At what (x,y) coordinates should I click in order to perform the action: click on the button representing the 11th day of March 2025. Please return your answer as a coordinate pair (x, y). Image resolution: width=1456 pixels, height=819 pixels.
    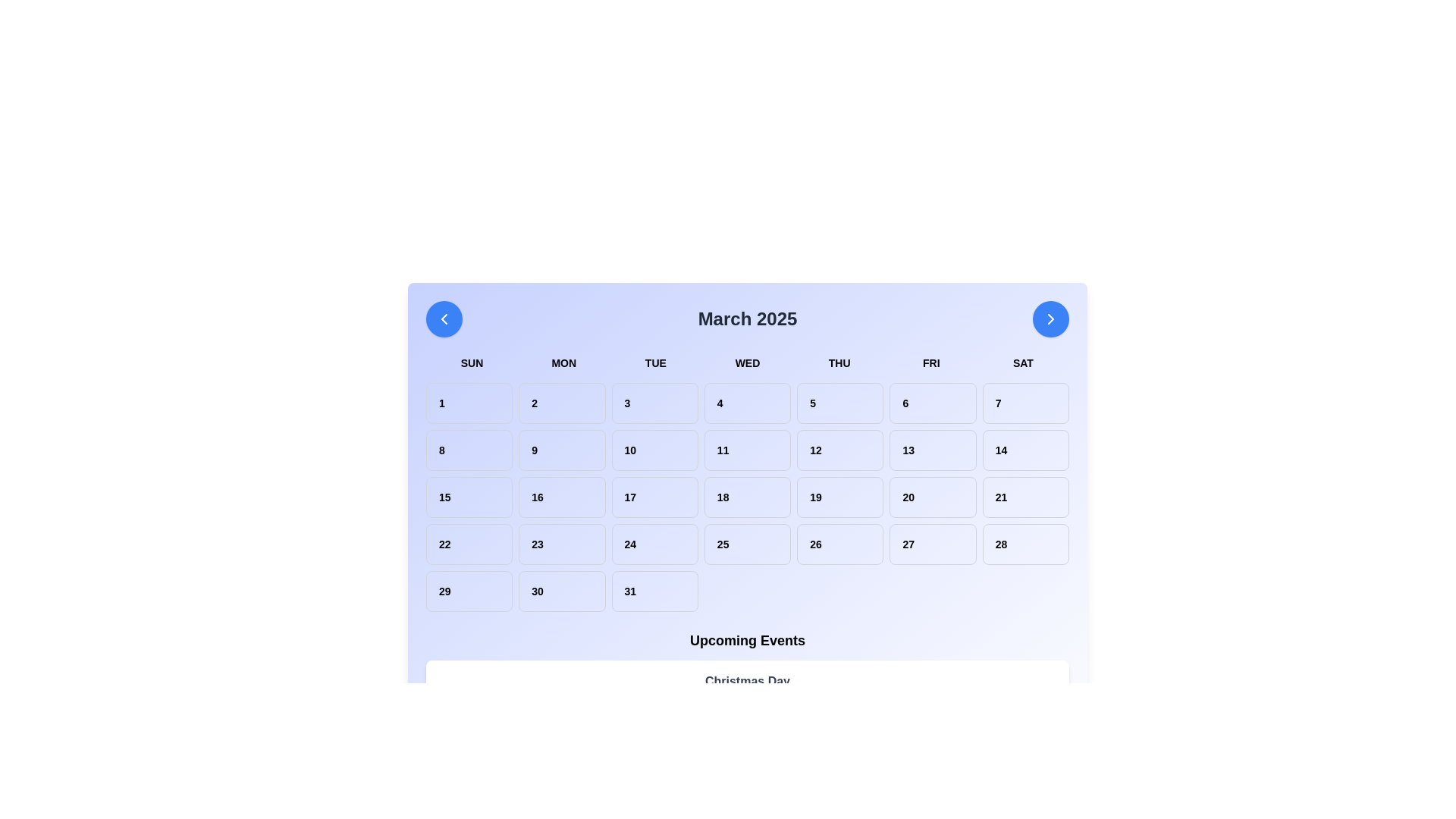
    Looking at the image, I should click on (747, 450).